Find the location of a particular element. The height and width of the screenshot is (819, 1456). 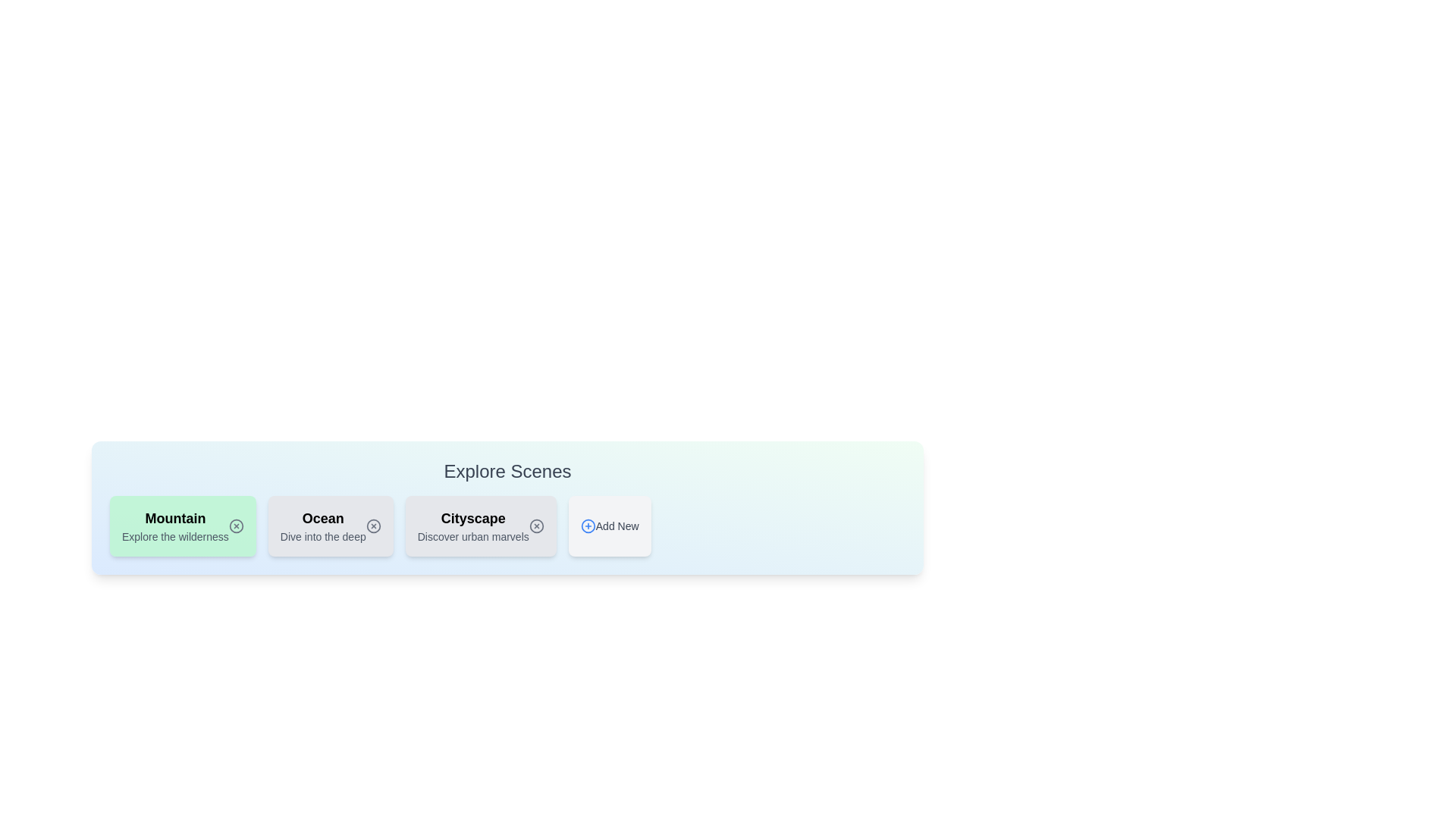

the 'Add New' button to open the panel for adding a new scene is located at coordinates (610, 526).